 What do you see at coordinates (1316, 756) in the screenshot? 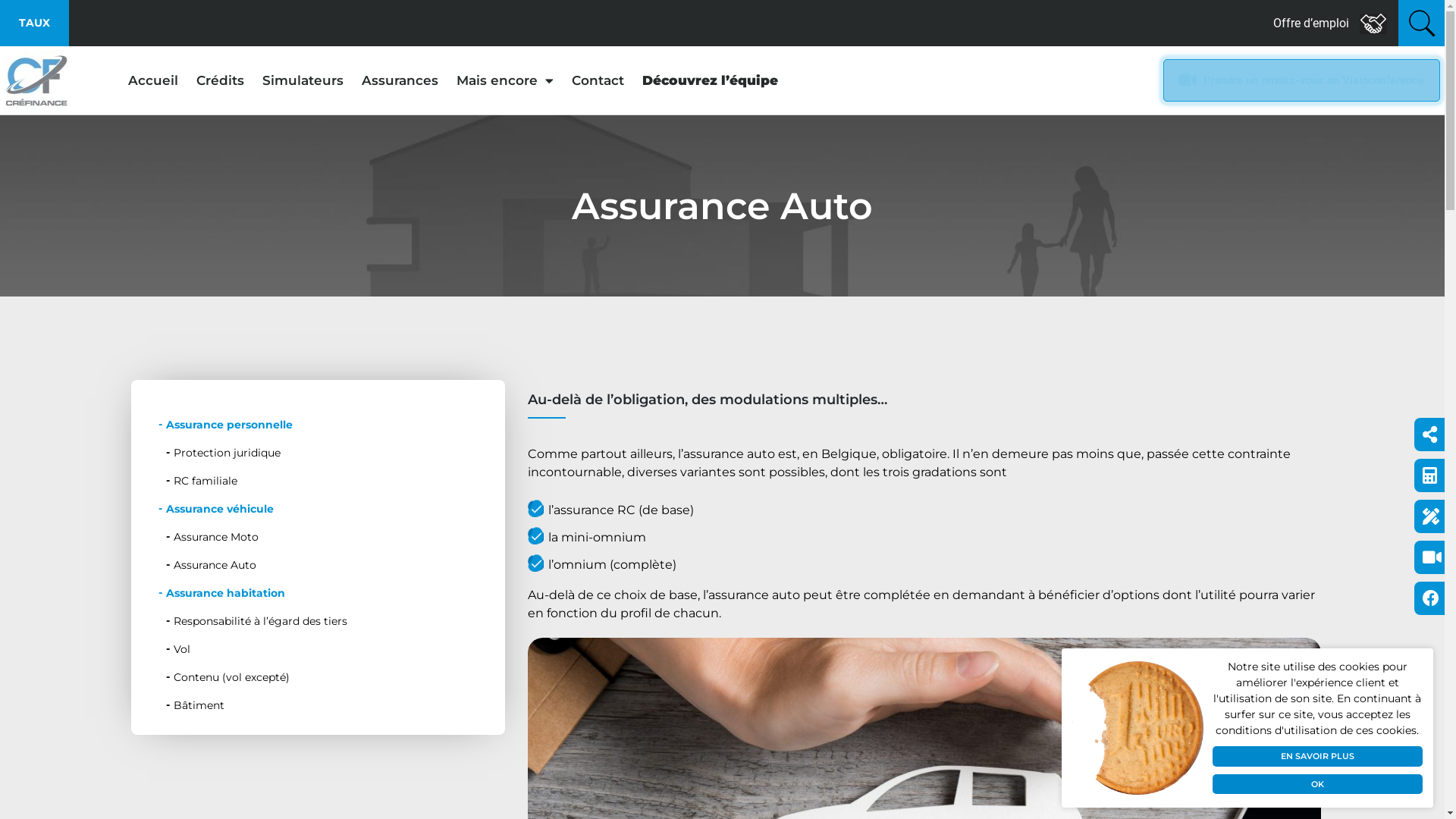
I see `'EN SAVOIR PLUS'` at bounding box center [1316, 756].